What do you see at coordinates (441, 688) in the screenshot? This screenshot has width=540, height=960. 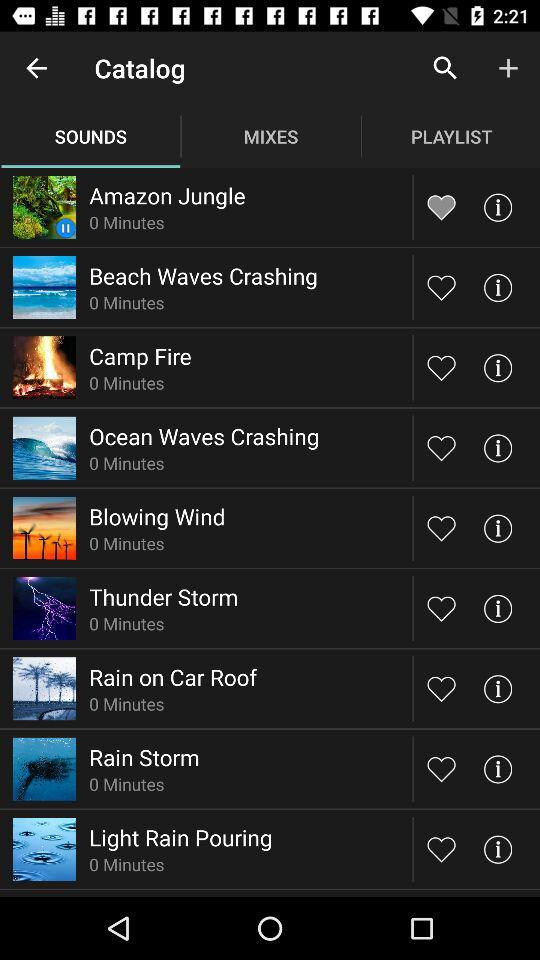 I see `this item` at bounding box center [441, 688].